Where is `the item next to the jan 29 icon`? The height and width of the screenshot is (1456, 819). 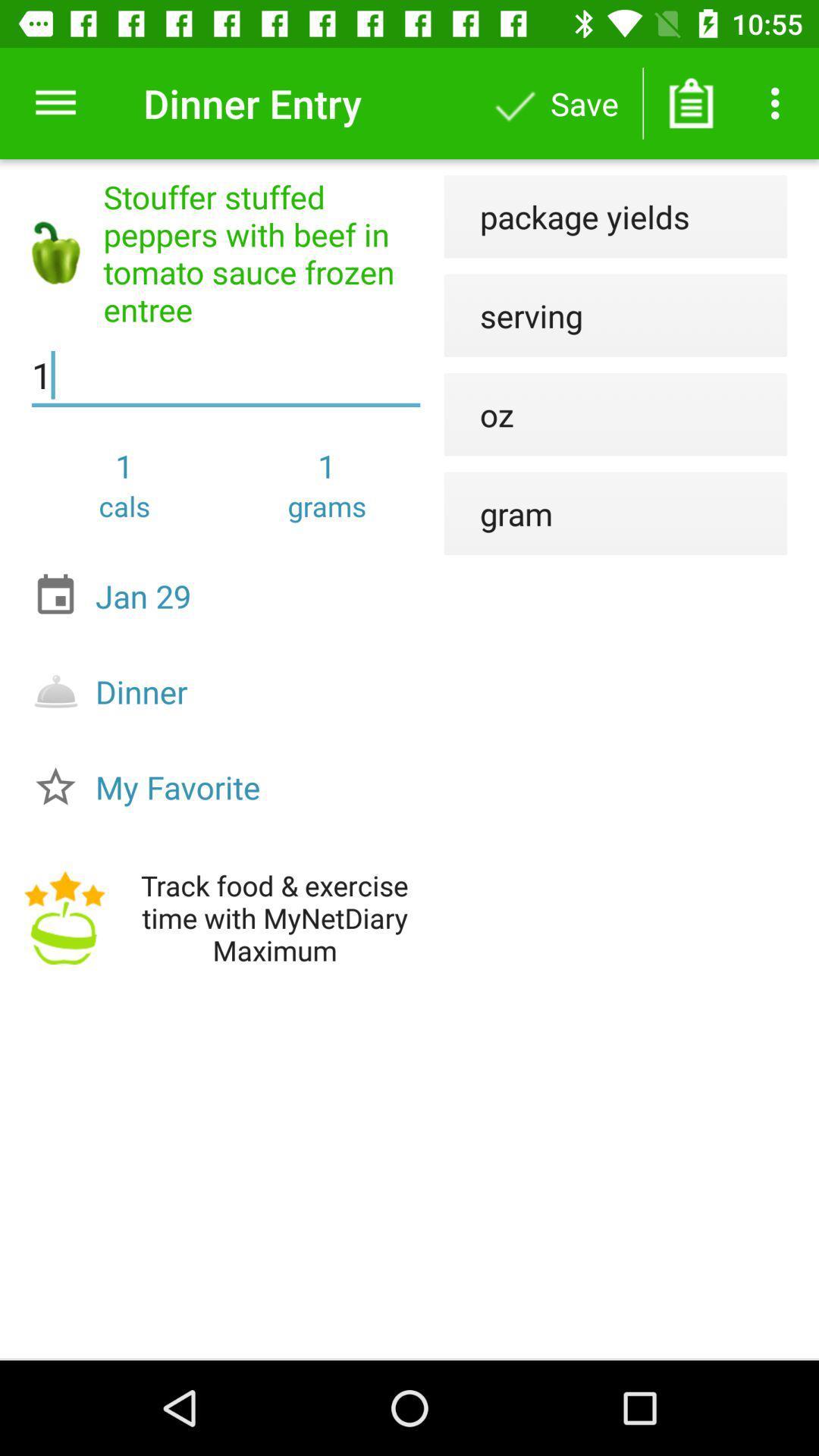
the item next to the jan 29 icon is located at coordinates (498, 513).